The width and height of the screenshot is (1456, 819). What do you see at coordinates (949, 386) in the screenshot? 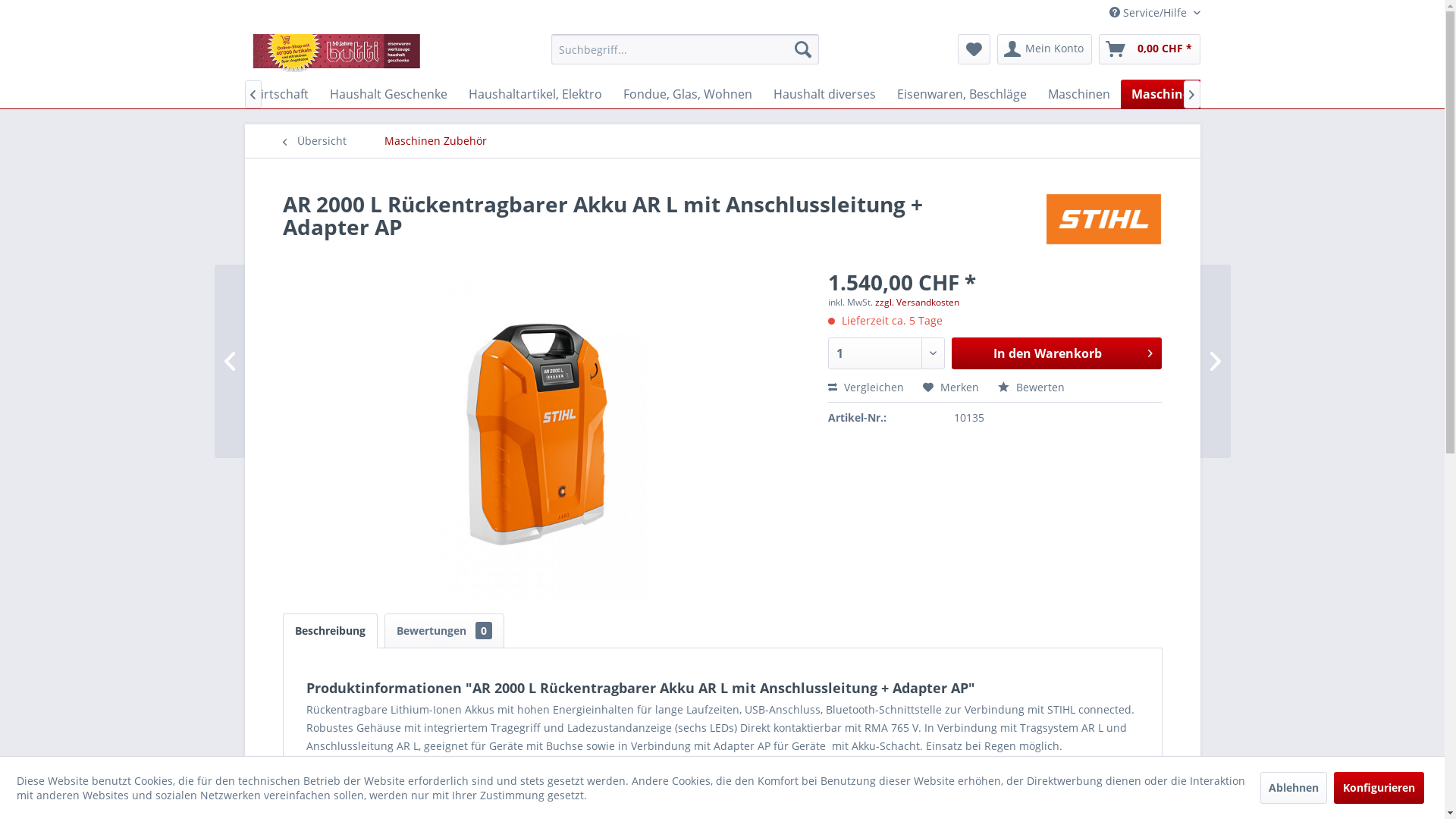
I see `'Merken'` at bounding box center [949, 386].